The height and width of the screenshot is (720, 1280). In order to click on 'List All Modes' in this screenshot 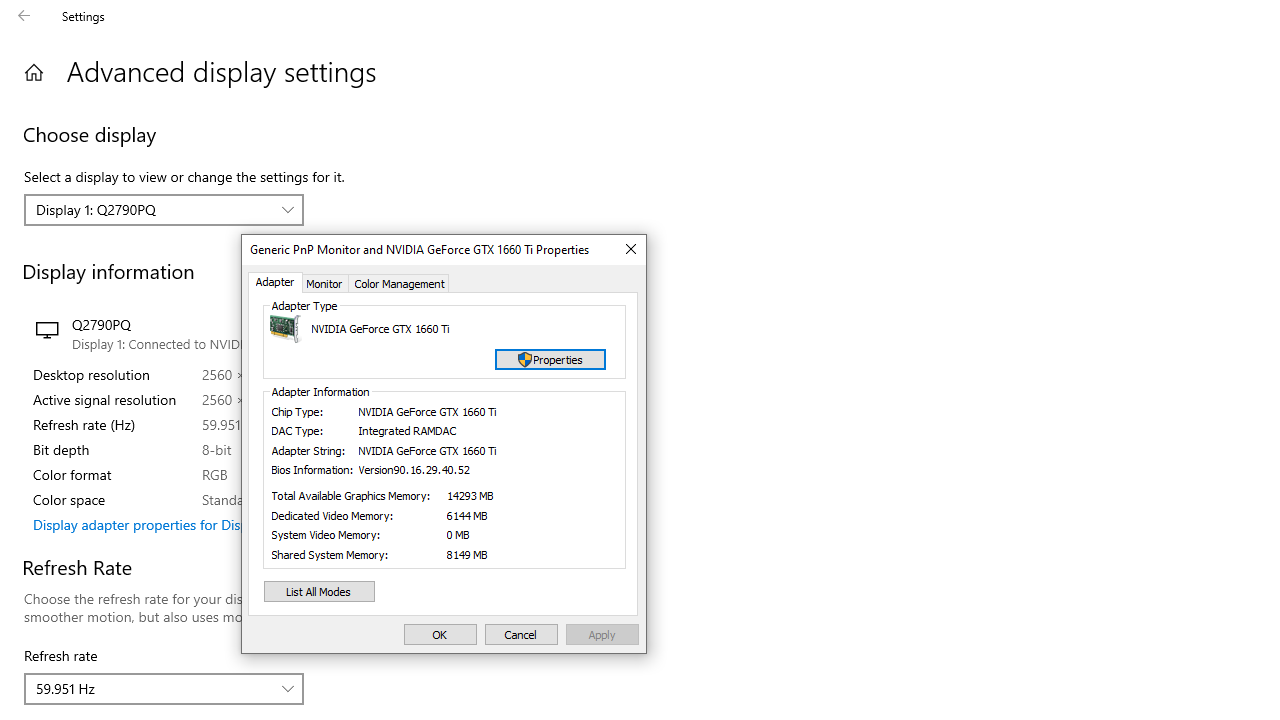, I will do `click(318, 590)`.